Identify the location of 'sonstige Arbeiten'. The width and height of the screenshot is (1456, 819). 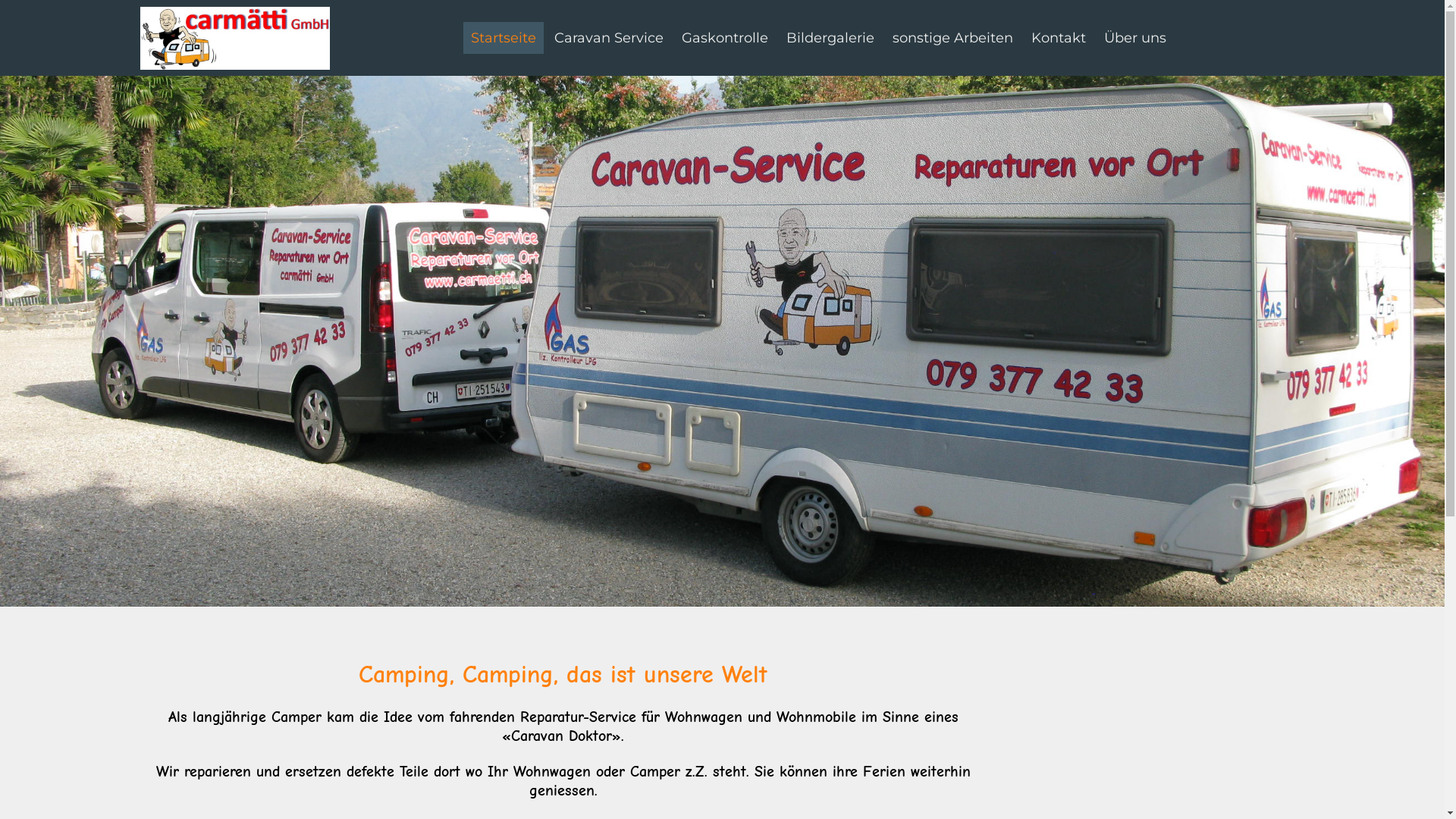
(952, 37).